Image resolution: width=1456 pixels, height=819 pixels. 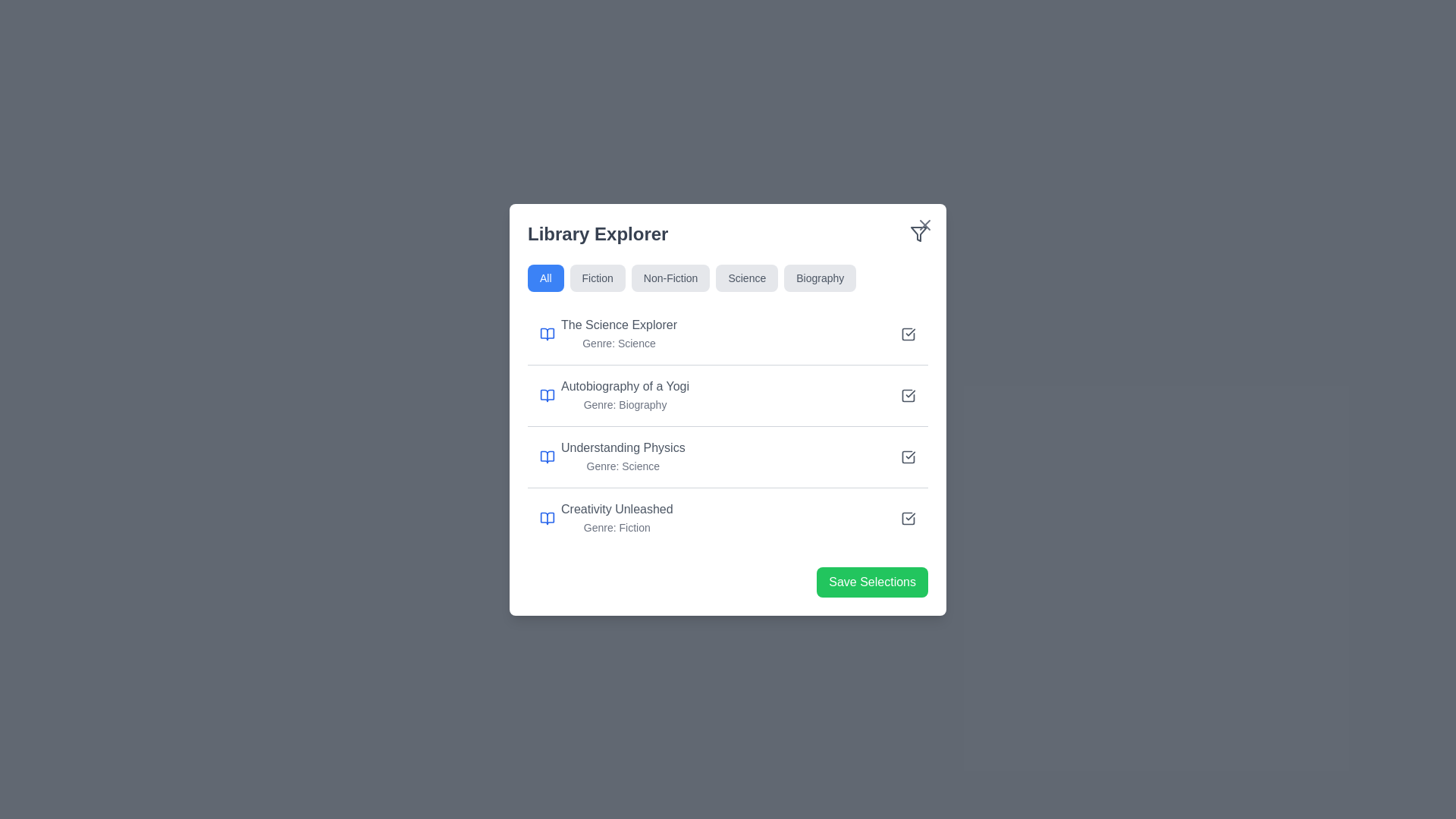 I want to click on the book icon representing 'Understanding Physics', which is the first visual component on the left side of the respective row in the list, so click(x=546, y=456).